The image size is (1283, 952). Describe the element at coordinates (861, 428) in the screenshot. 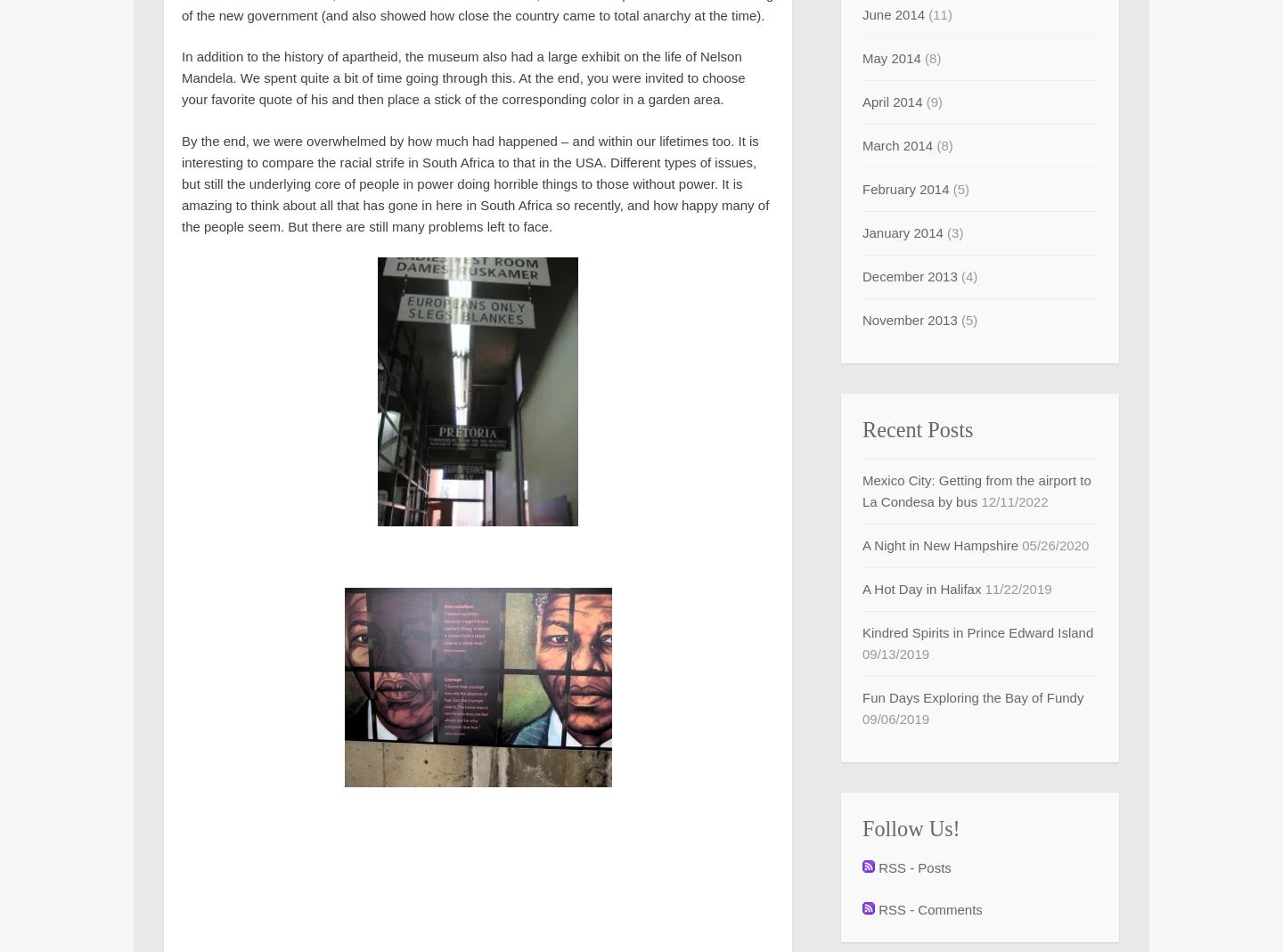

I see `'Recent Posts'` at that location.